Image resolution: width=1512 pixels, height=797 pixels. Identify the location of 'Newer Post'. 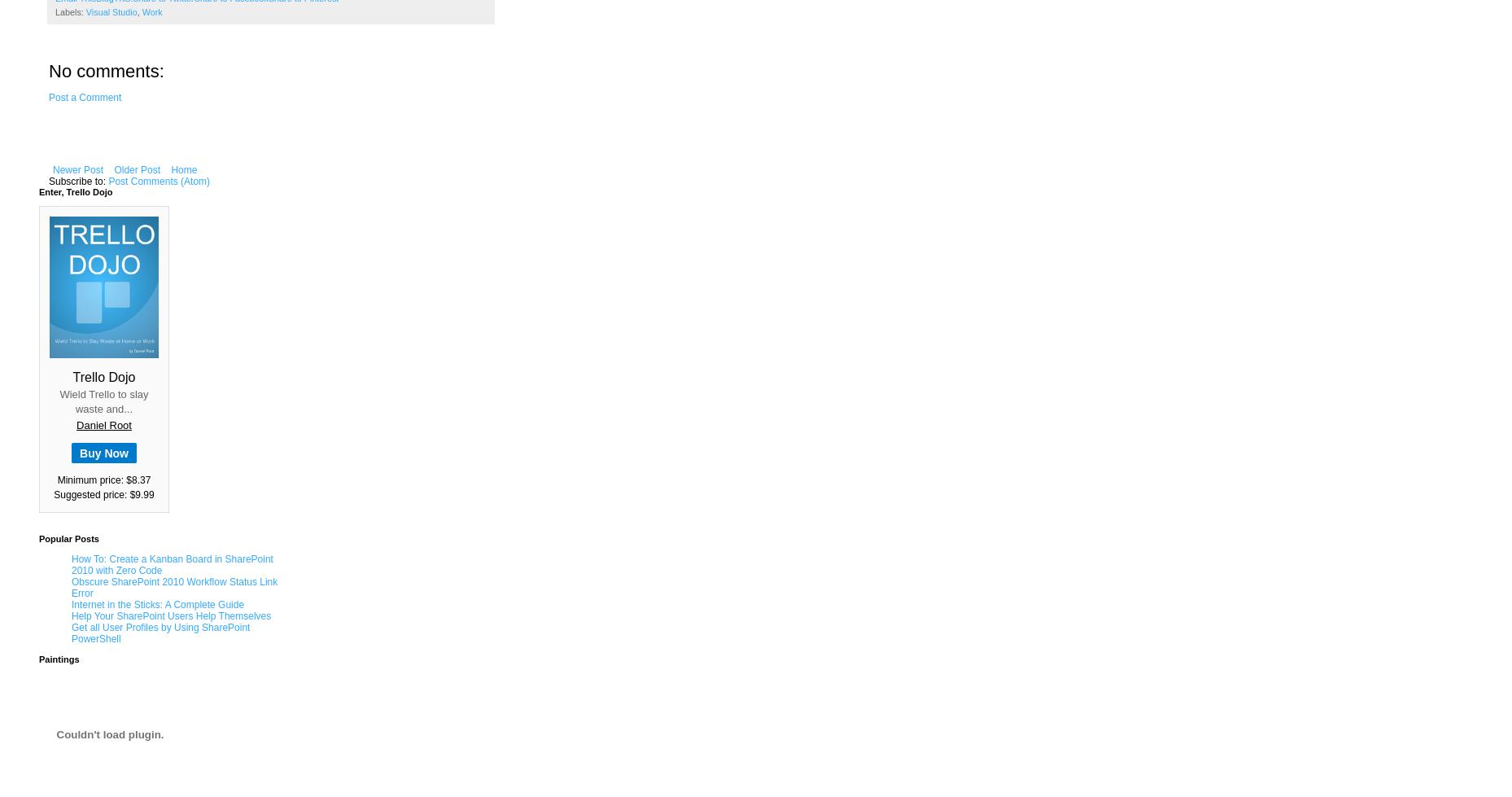
(52, 170).